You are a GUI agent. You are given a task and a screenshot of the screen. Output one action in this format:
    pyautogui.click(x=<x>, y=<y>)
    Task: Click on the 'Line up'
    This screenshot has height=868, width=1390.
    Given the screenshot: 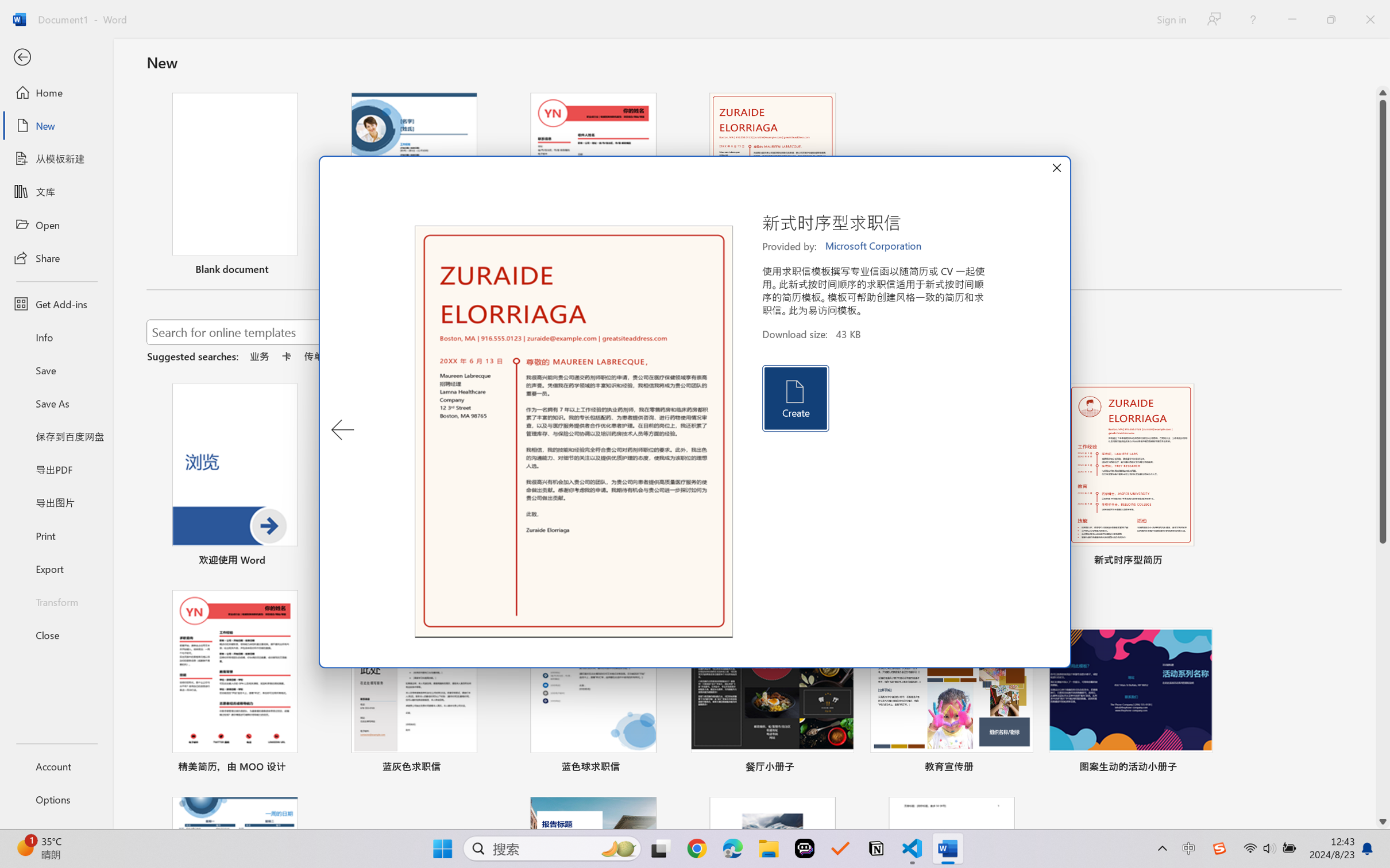 What is the action you would take?
    pyautogui.click(x=1383, y=92)
    